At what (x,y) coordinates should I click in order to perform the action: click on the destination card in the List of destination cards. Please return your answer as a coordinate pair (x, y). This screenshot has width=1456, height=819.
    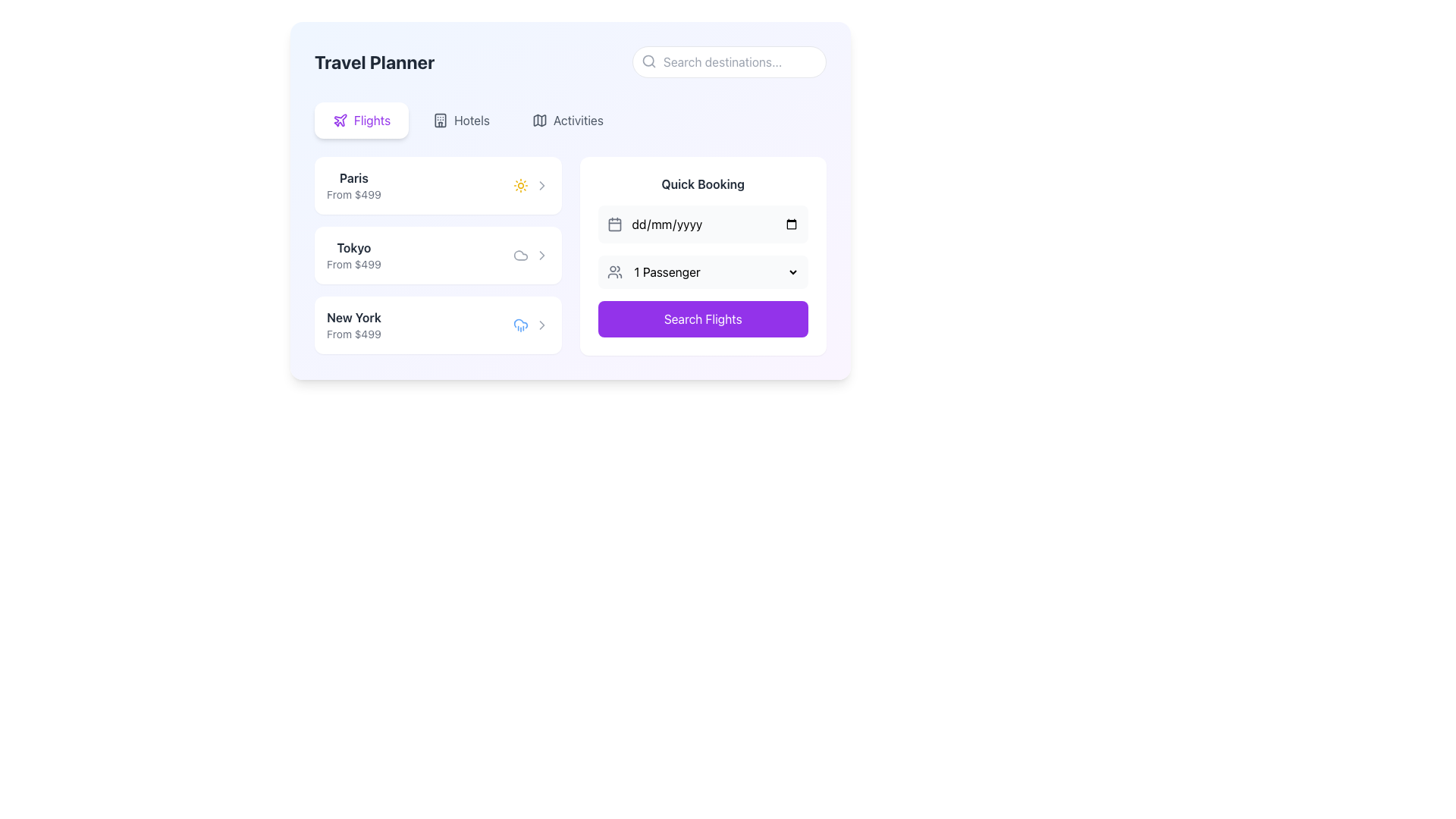
    Looking at the image, I should click on (570, 256).